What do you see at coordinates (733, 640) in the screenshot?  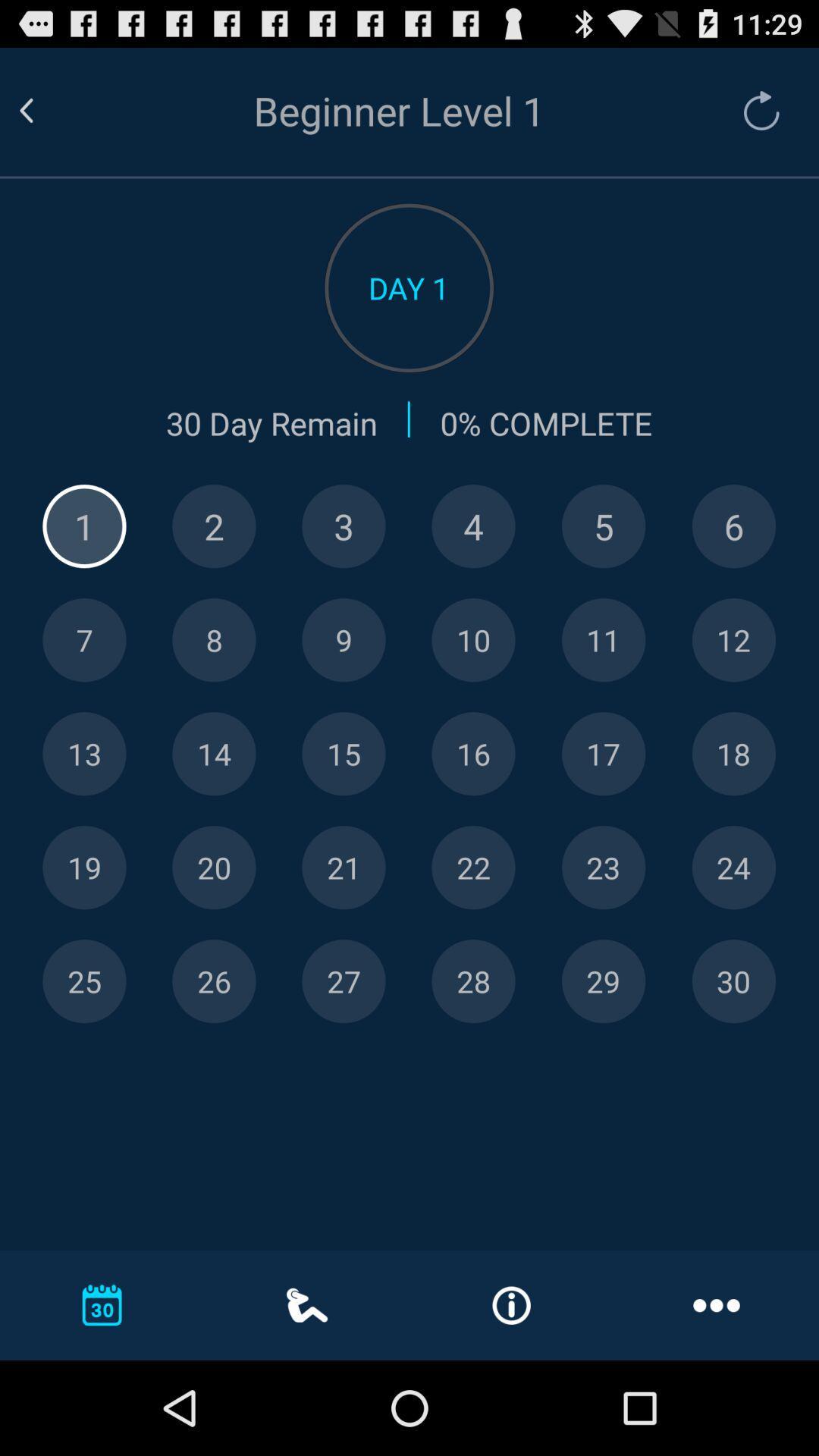 I see `date selection` at bounding box center [733, 640].